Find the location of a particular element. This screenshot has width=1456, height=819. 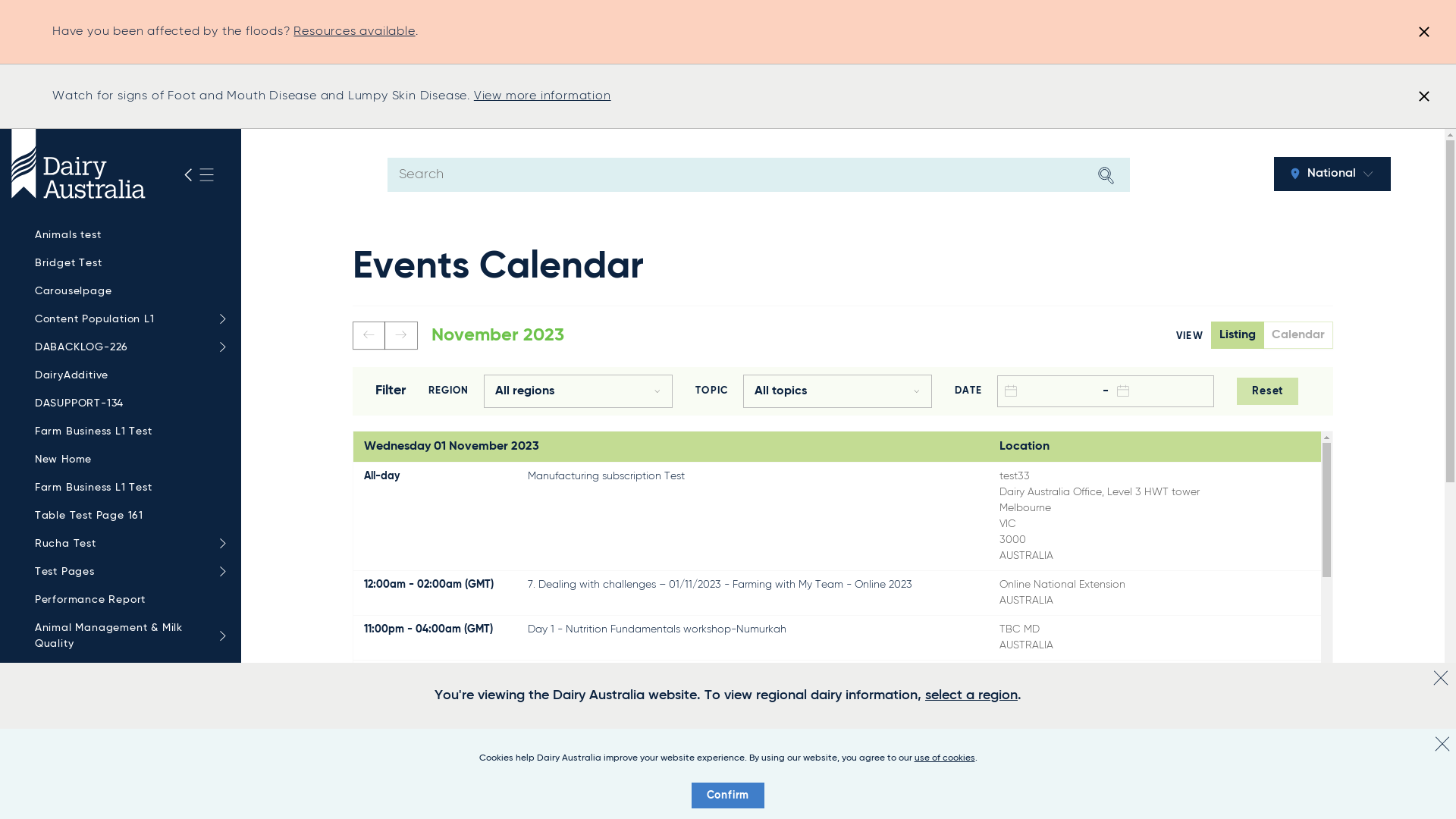

'Content Population L1' is located at coordinates (127, 318).